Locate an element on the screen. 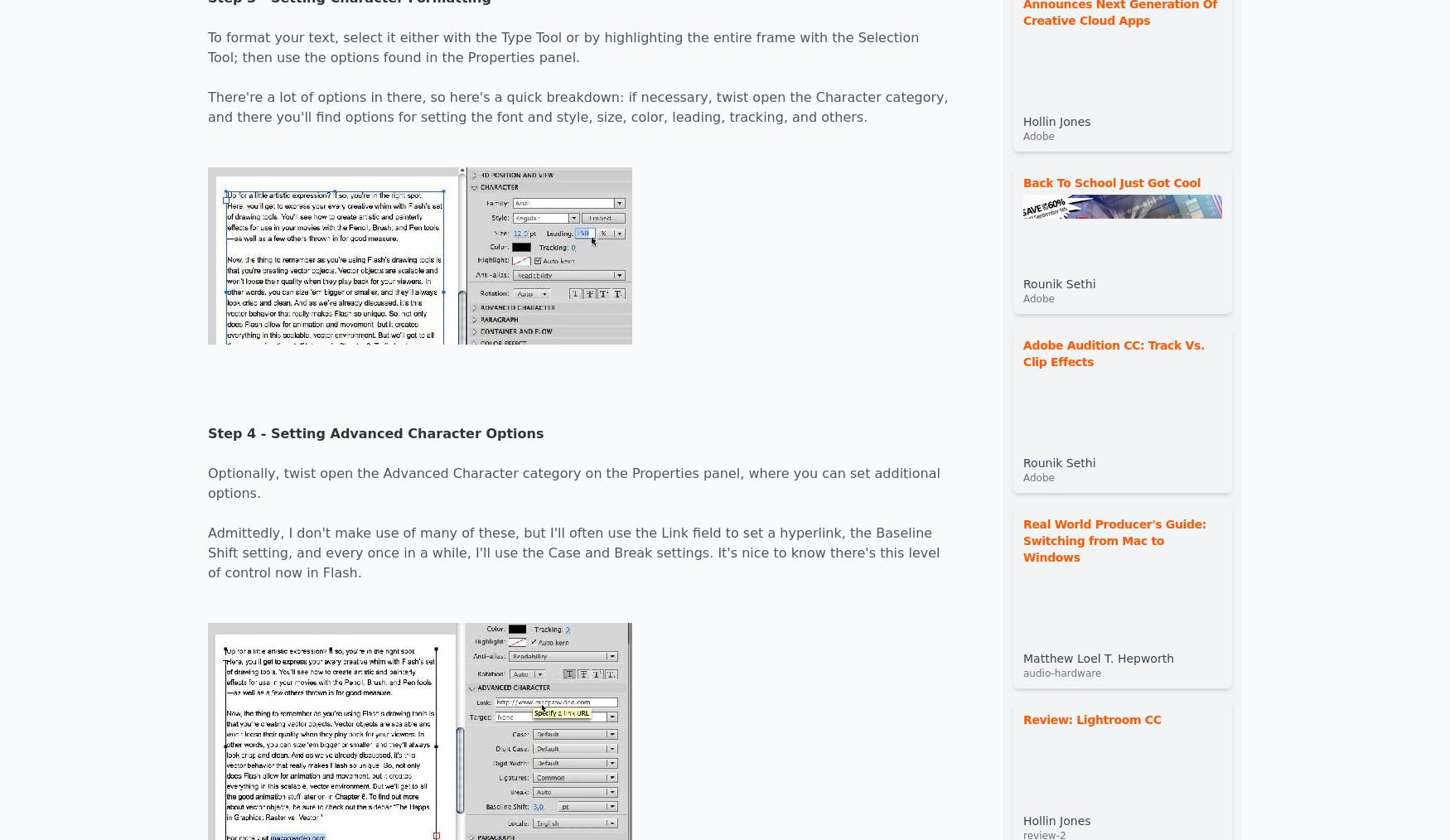 The height and width of the screenshot is (840, 1450). 'Admittedly, I don't make use of many of these, but I'll often use the Link field to set a hyperlink, the Baseline Shift setting, and every once in a while, I'll use the Case and Break settings. It's nice to know there's this level of control now in Flash.' is located at coordinates (573, 553).